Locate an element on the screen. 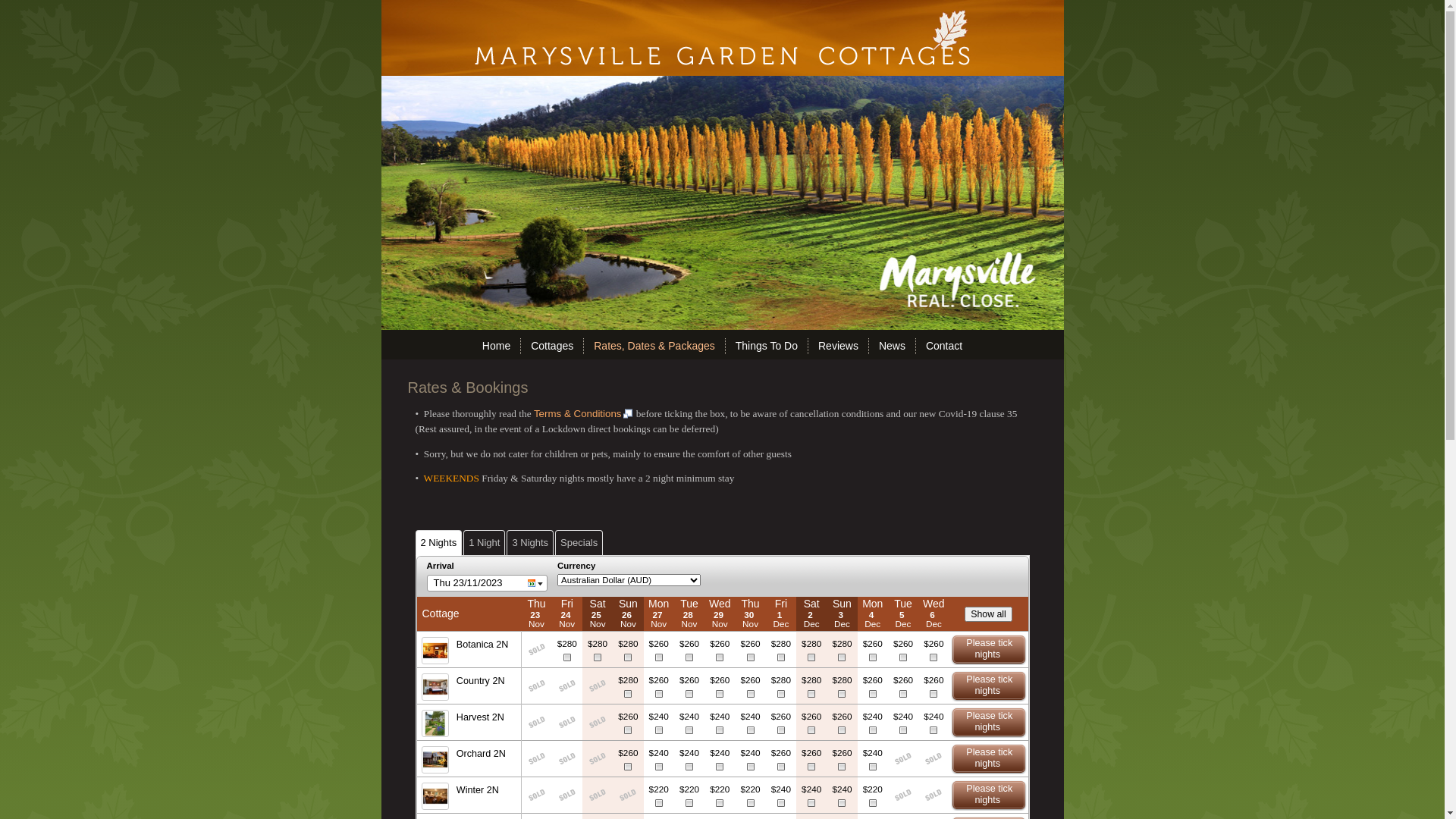  'Terms & Conditions' is located at coordinates (582, 413).